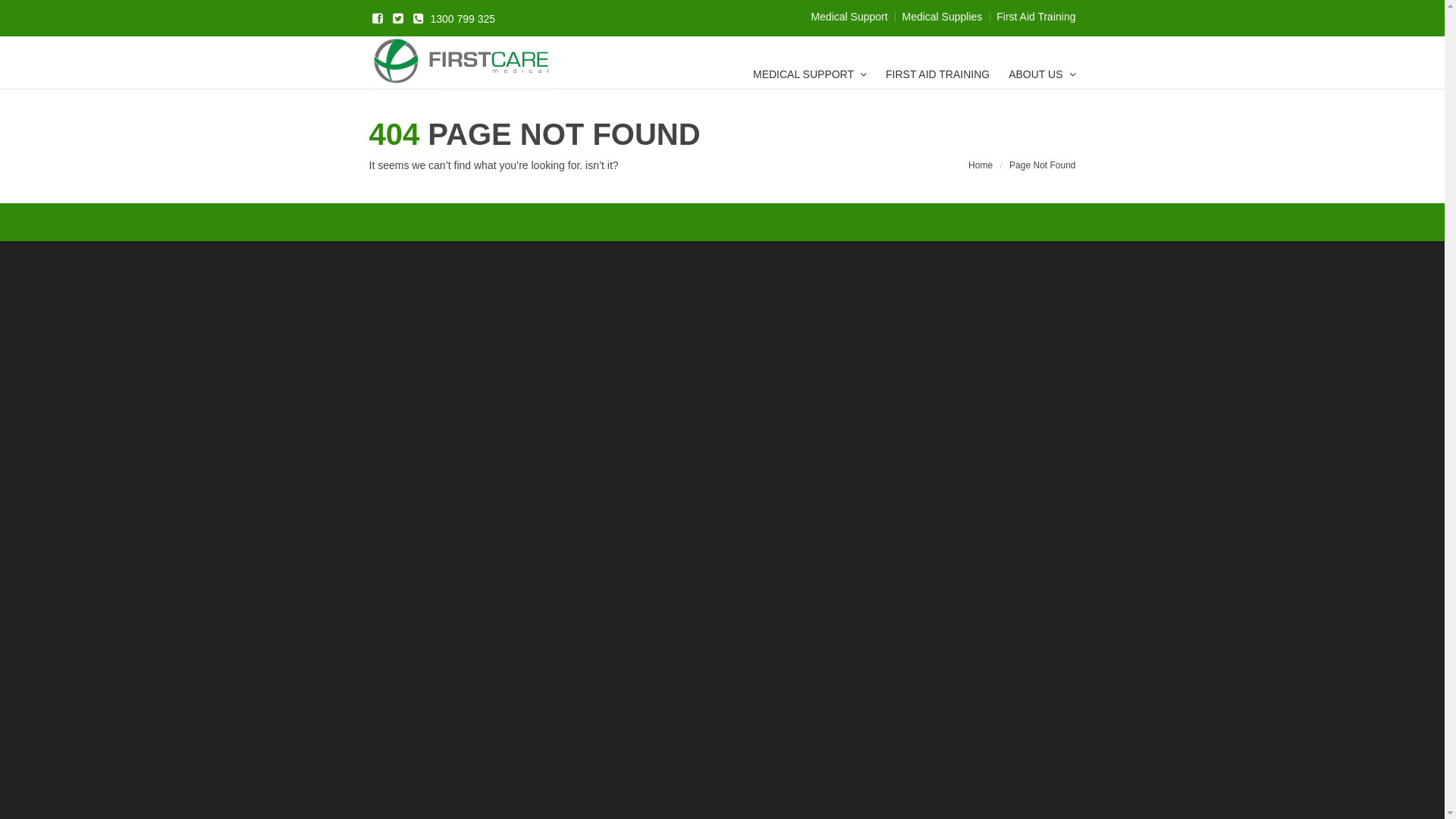 Image resolution: width=1456 pixels, height=819 pixels. Describe the element at coordinates (451, 18) in the screenshot. I see `'1300 799 325'` at that location.